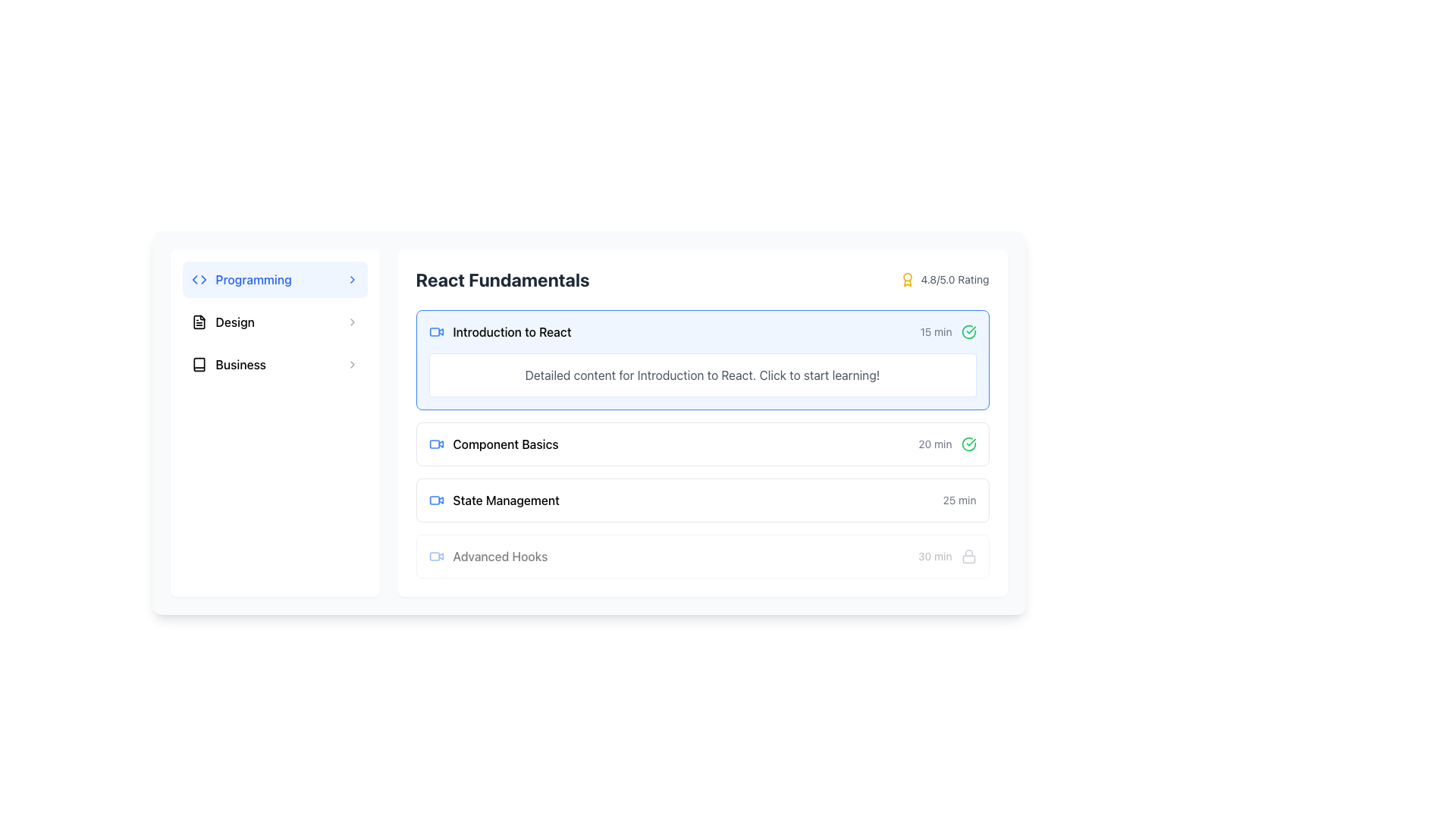 The image size is (1456, 819). I want to click on the text label displaying '20 min' that is paired with a checkmark icon in a green circle, located under the 'React Fundamentals' section and to the right of the 'Component Basics' title, so click(946, 444).